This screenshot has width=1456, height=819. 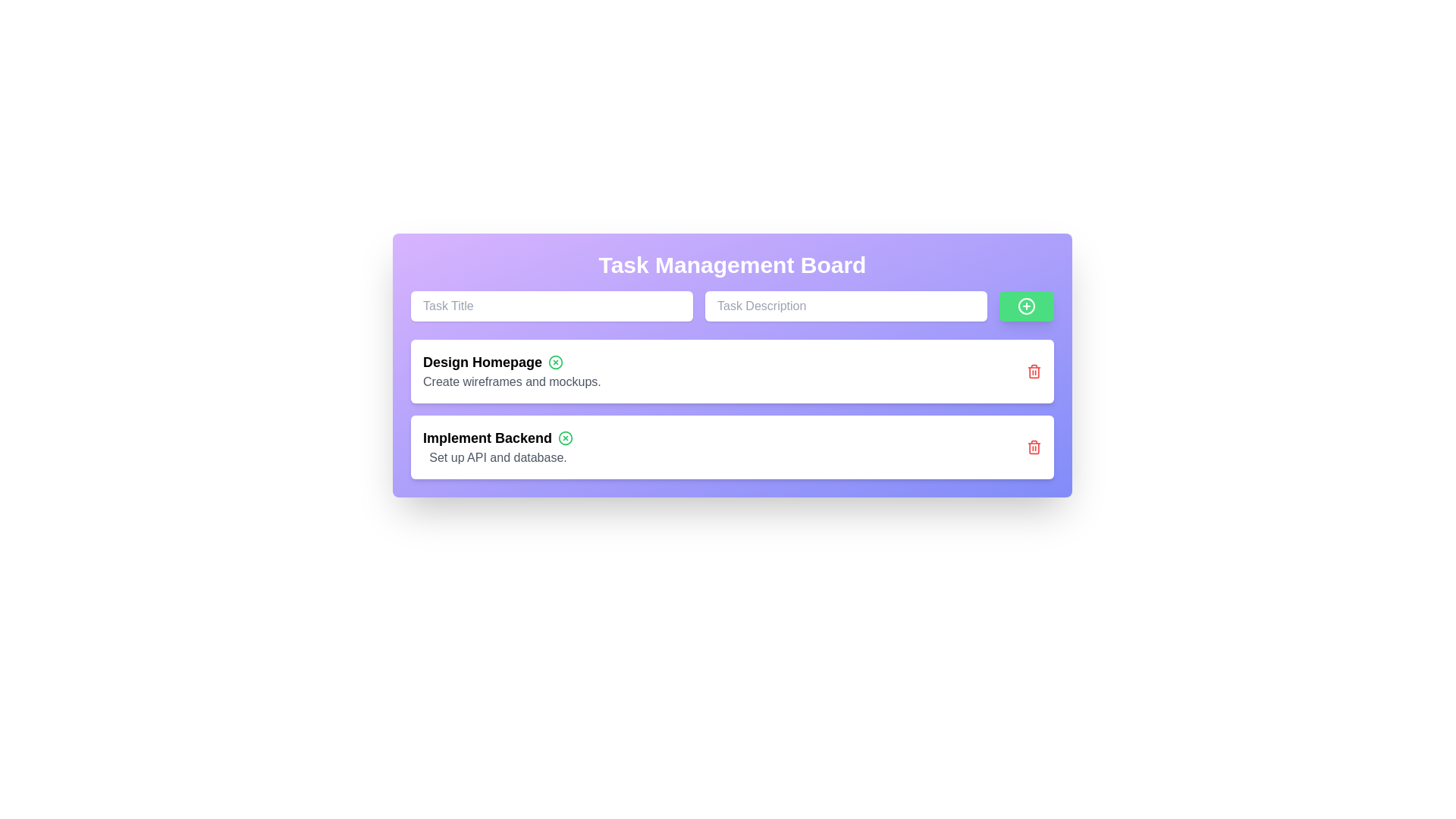 I want to click on the first task card titled 'Design Homepage' which contains the description 'Create wireframes and mockups.' in a task management board, so click(x=512, y=371).